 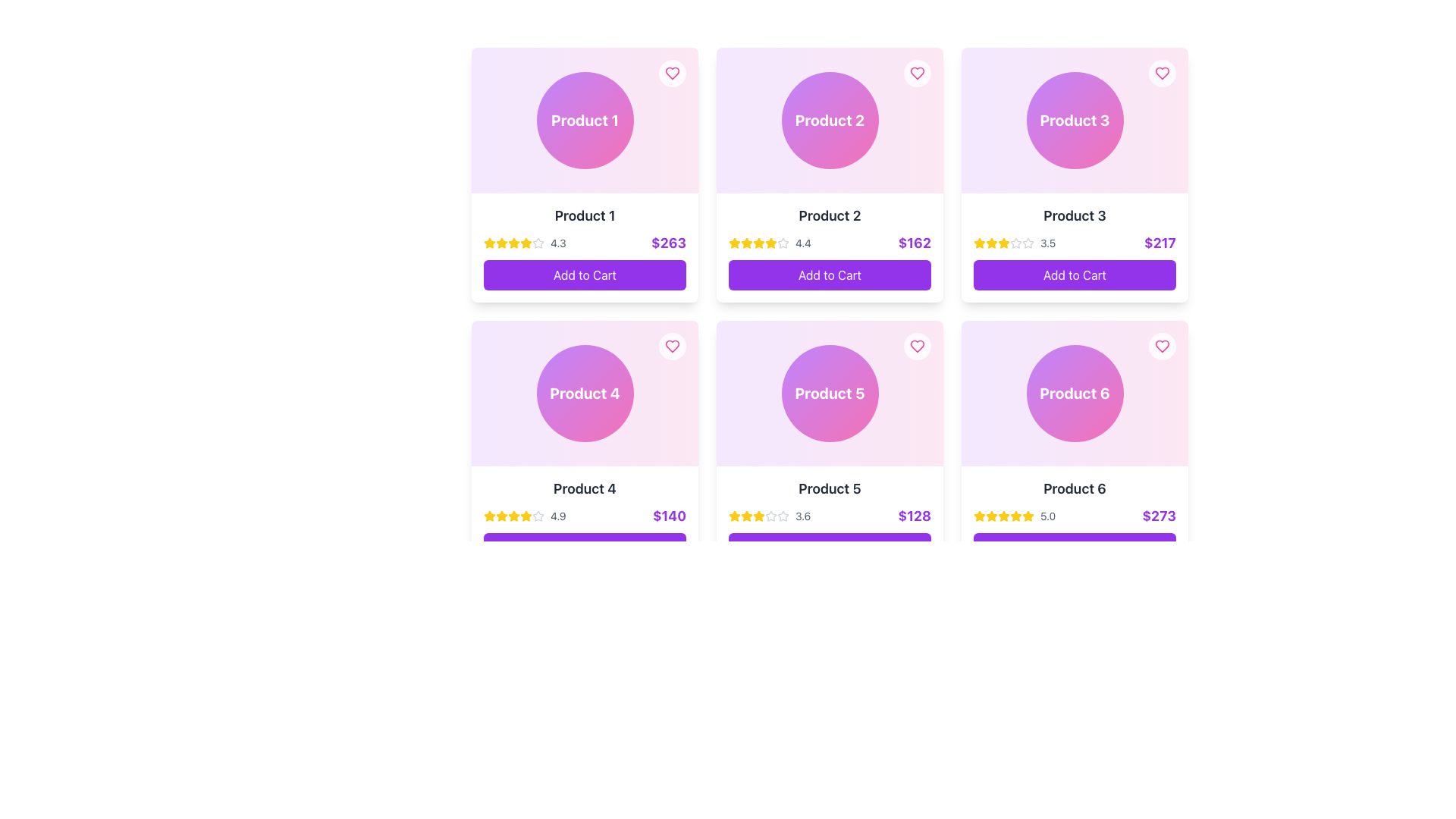 I want to click on the button located at the bottom of the card layout for 'Product 2', which is directly below the price '$162', to trigger the hover effect, so click(x=829, y=275).